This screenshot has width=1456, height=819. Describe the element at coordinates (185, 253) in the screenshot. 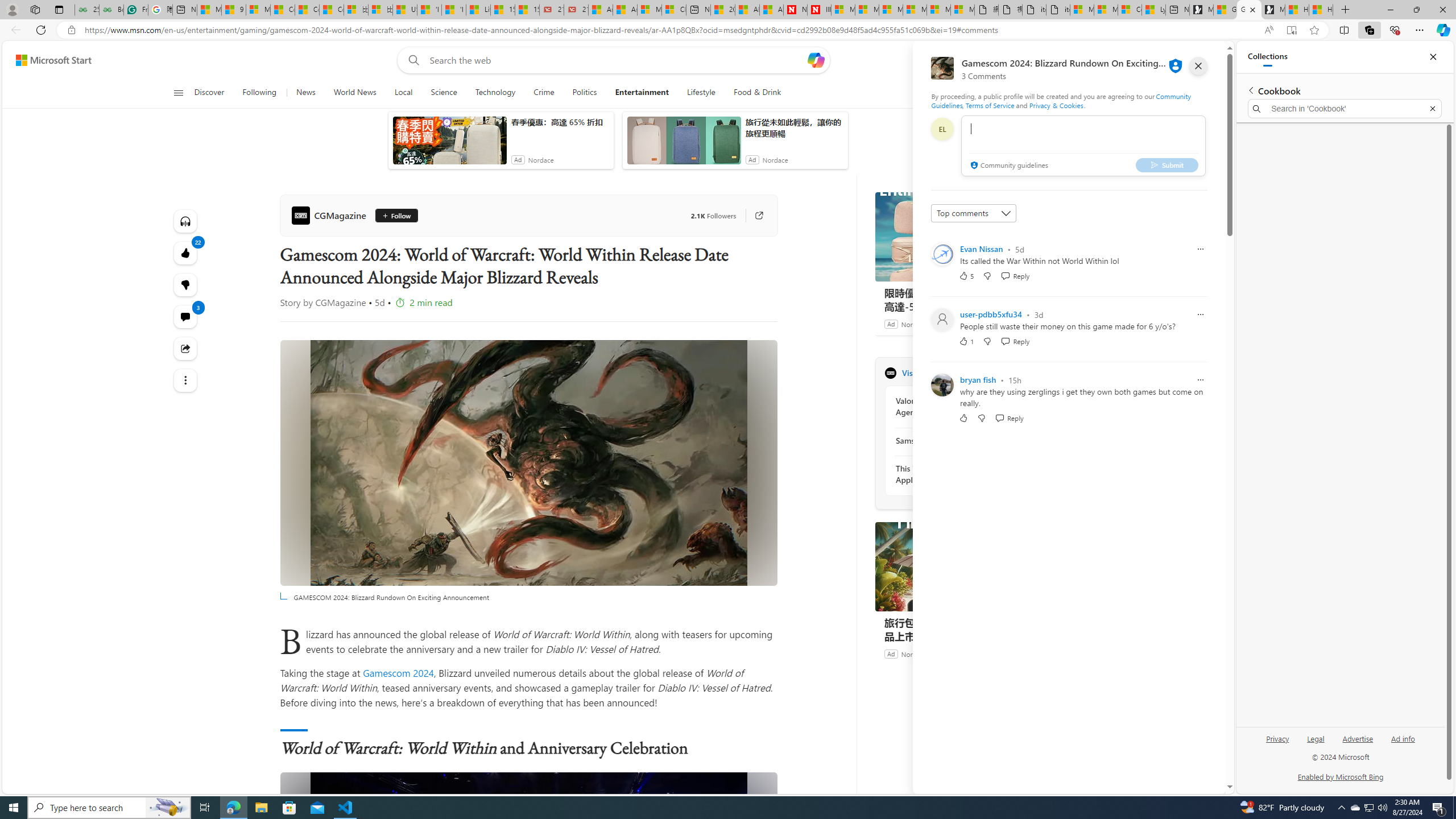

I see `'22 Like'` at that location.